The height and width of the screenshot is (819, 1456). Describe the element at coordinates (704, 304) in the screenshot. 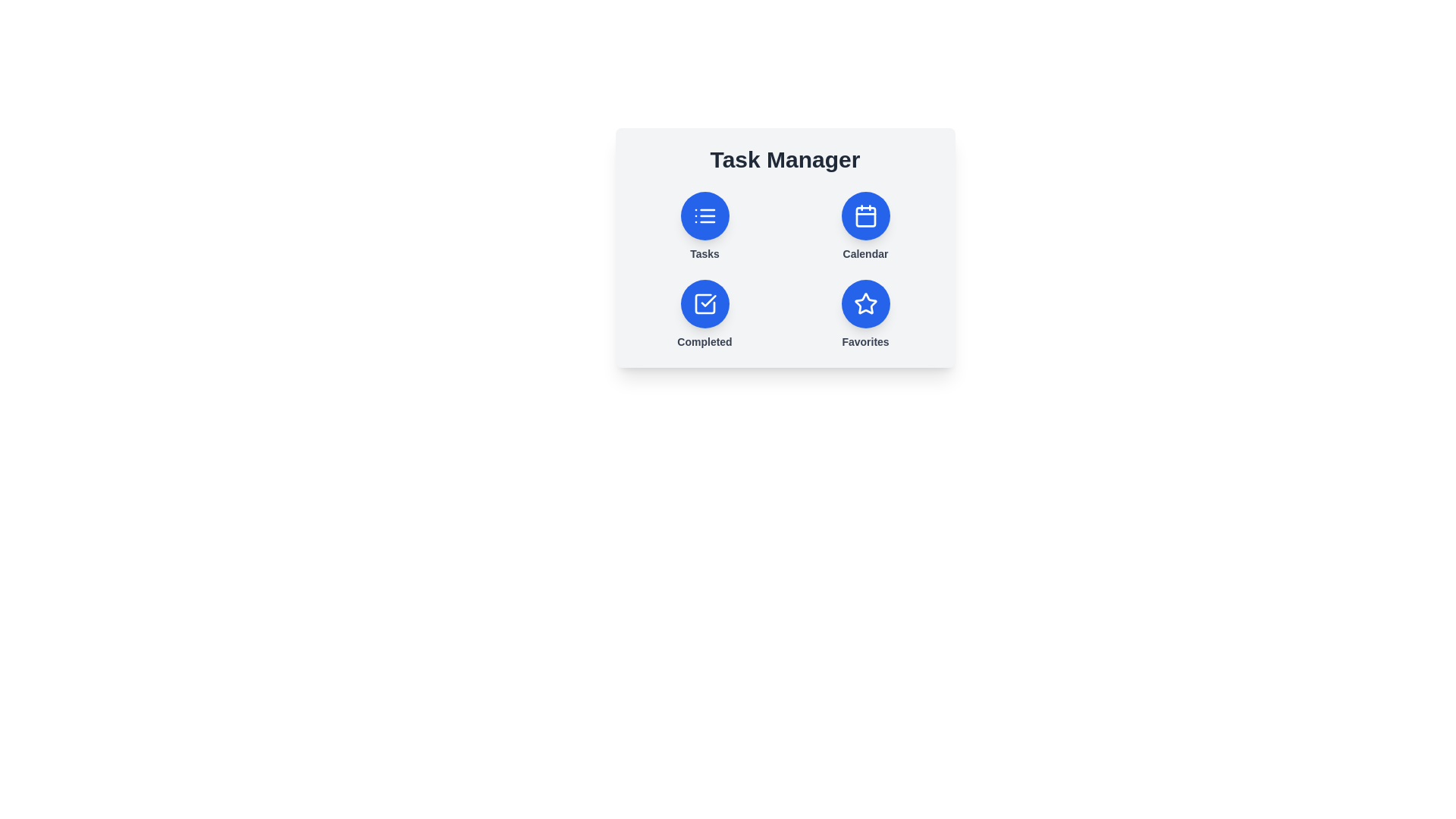

I see `the blue circular button with a white checkmark icon inside a square outline, located below the 'Completed' label in the bottom-left quadrant of the grid layout` at that location.